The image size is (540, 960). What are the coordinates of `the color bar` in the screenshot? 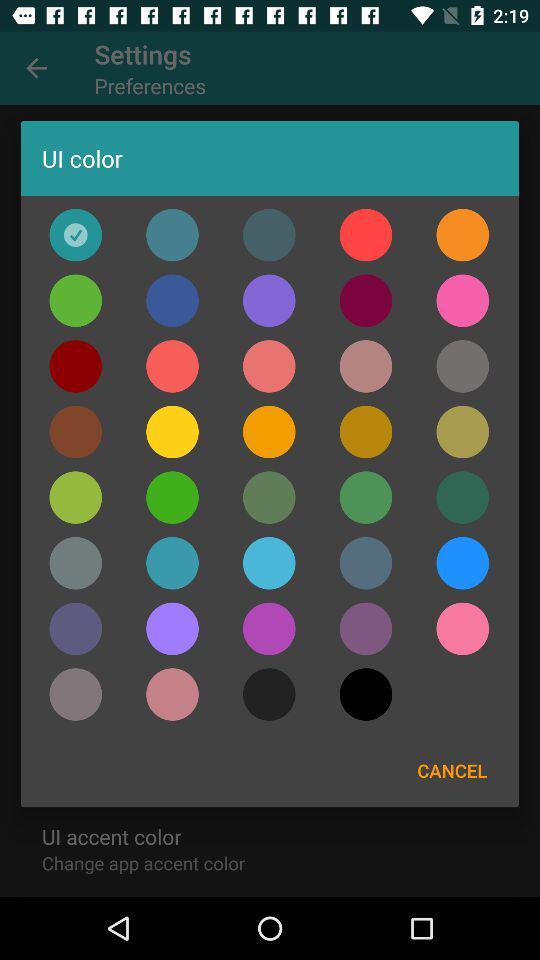 It's located at (365, 694).